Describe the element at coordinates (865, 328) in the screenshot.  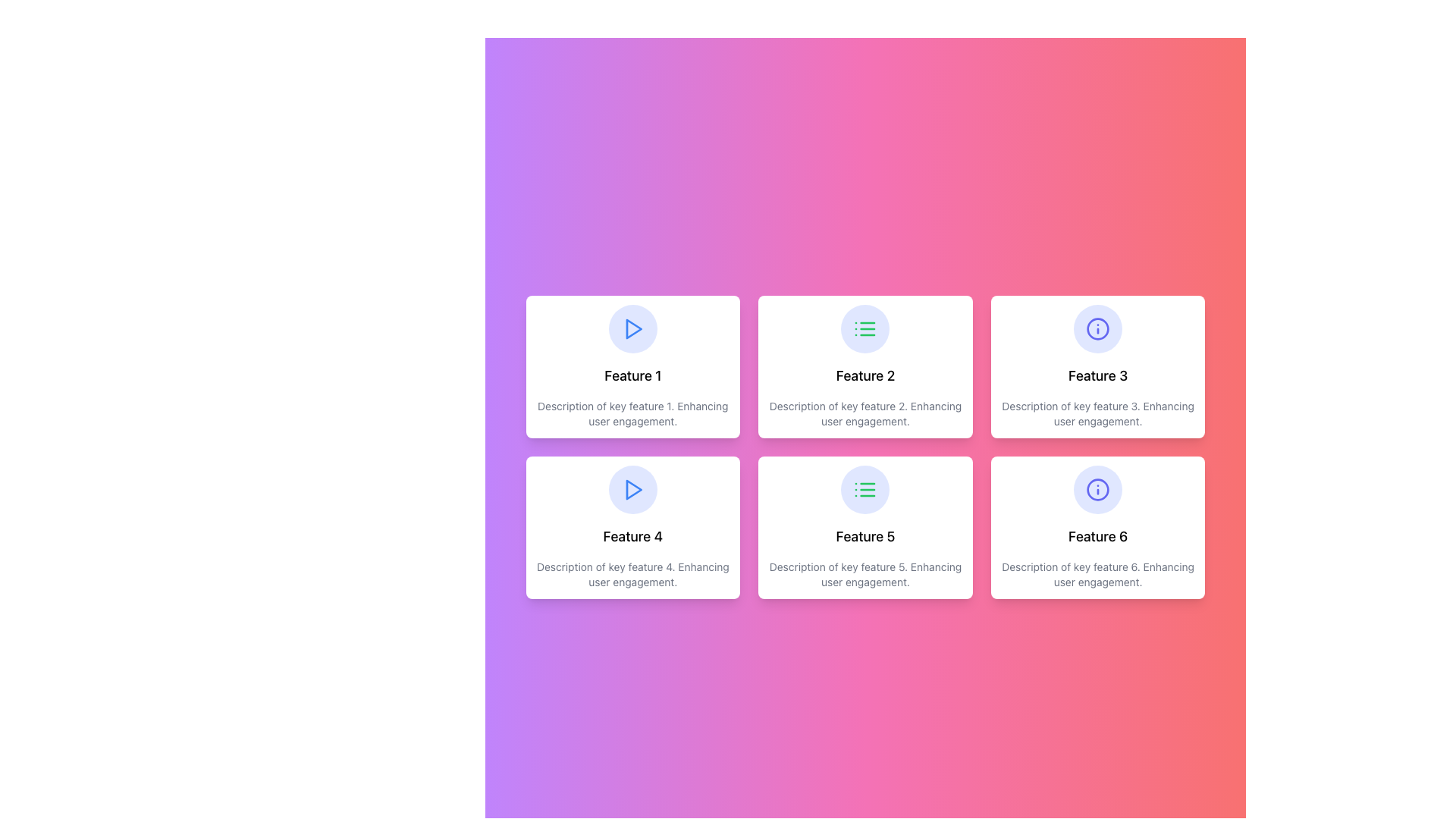
I see `the circular icon with a light indigo background and a green list symbol located at the top-center of the 'Feature 2' card` at that location.